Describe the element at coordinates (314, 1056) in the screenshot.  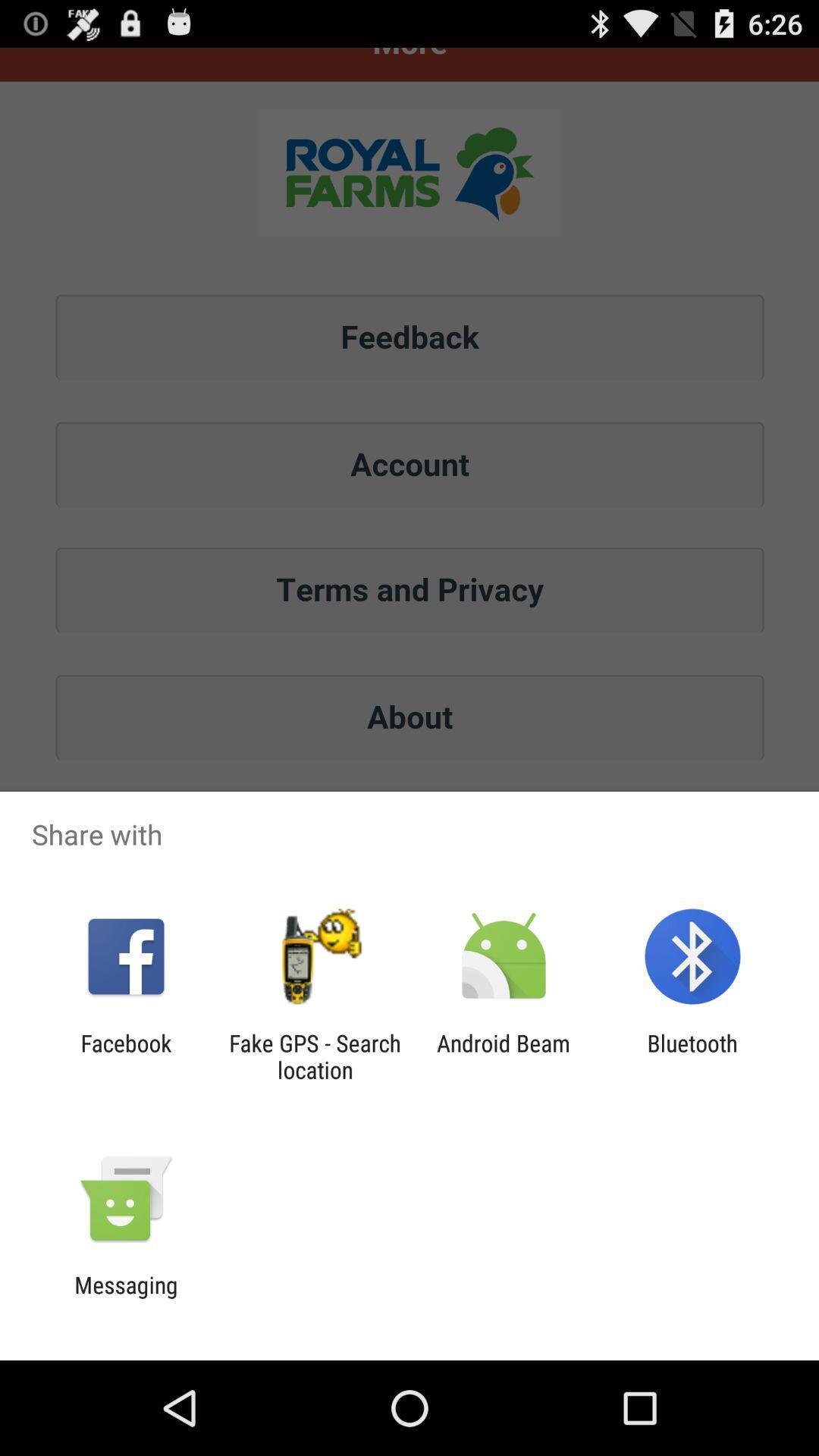
I see `the fake gps search` at that location.